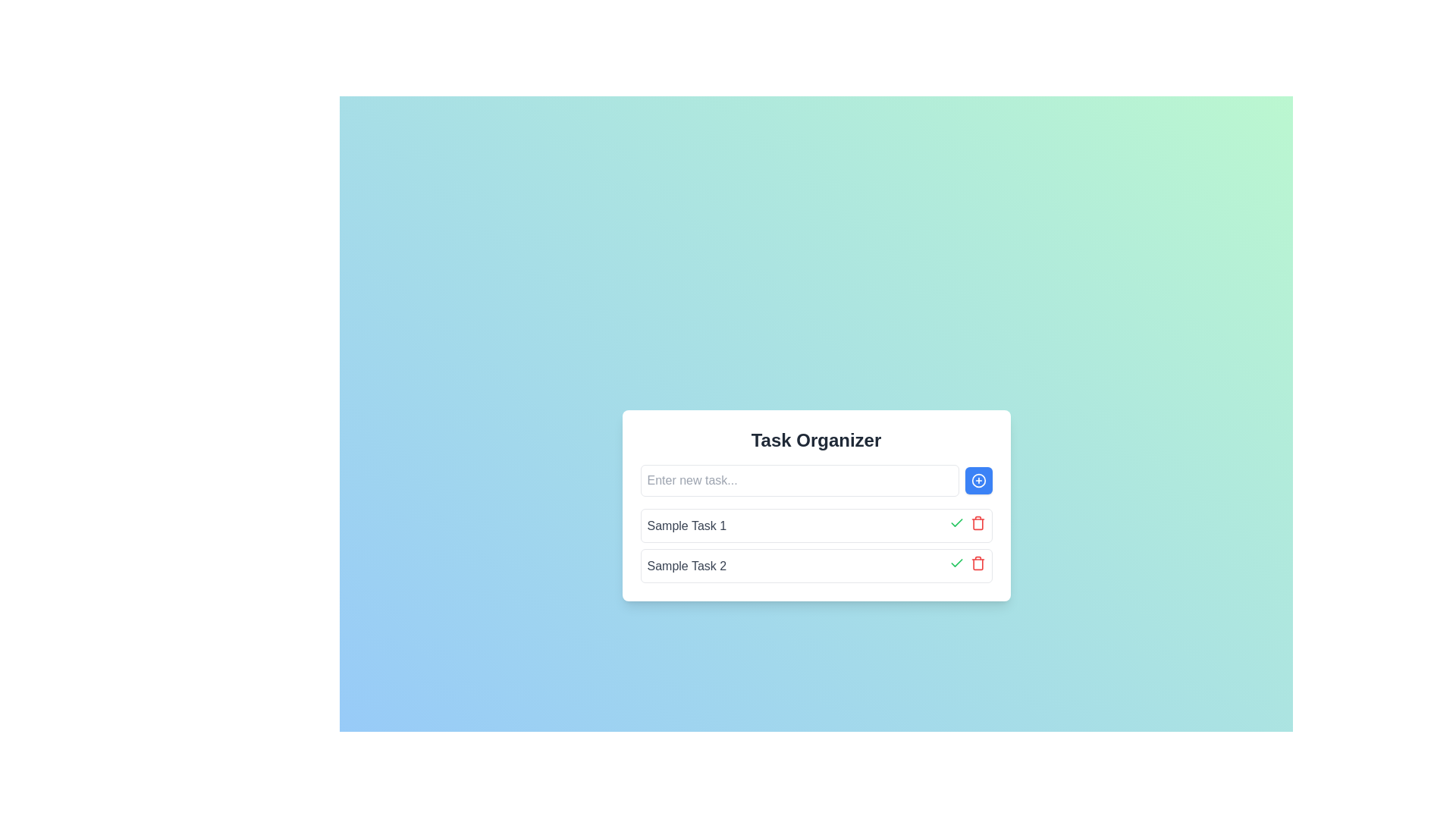 The width and height of the screenshot is (1456, 819). I want to click on the red-colored trash can icon button with an outlined design, which is the second interactive element in the row, to change its shade, so click(977, 563).